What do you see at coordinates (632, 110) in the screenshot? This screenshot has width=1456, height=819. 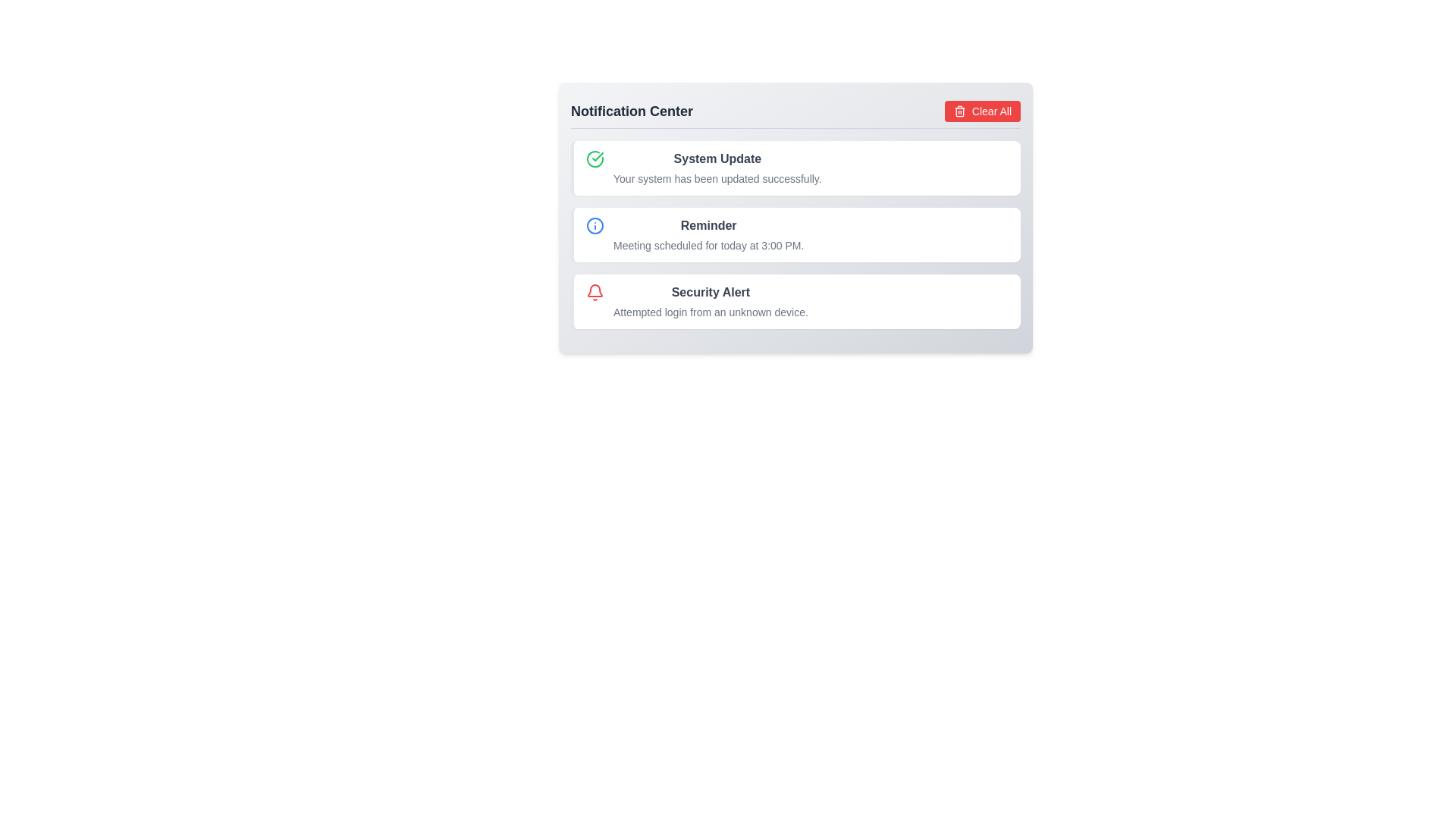 I see `the 'Notification Center' label, which is a bold text element at the top-left corner of the notification panel` at bounding box center [632, 110].